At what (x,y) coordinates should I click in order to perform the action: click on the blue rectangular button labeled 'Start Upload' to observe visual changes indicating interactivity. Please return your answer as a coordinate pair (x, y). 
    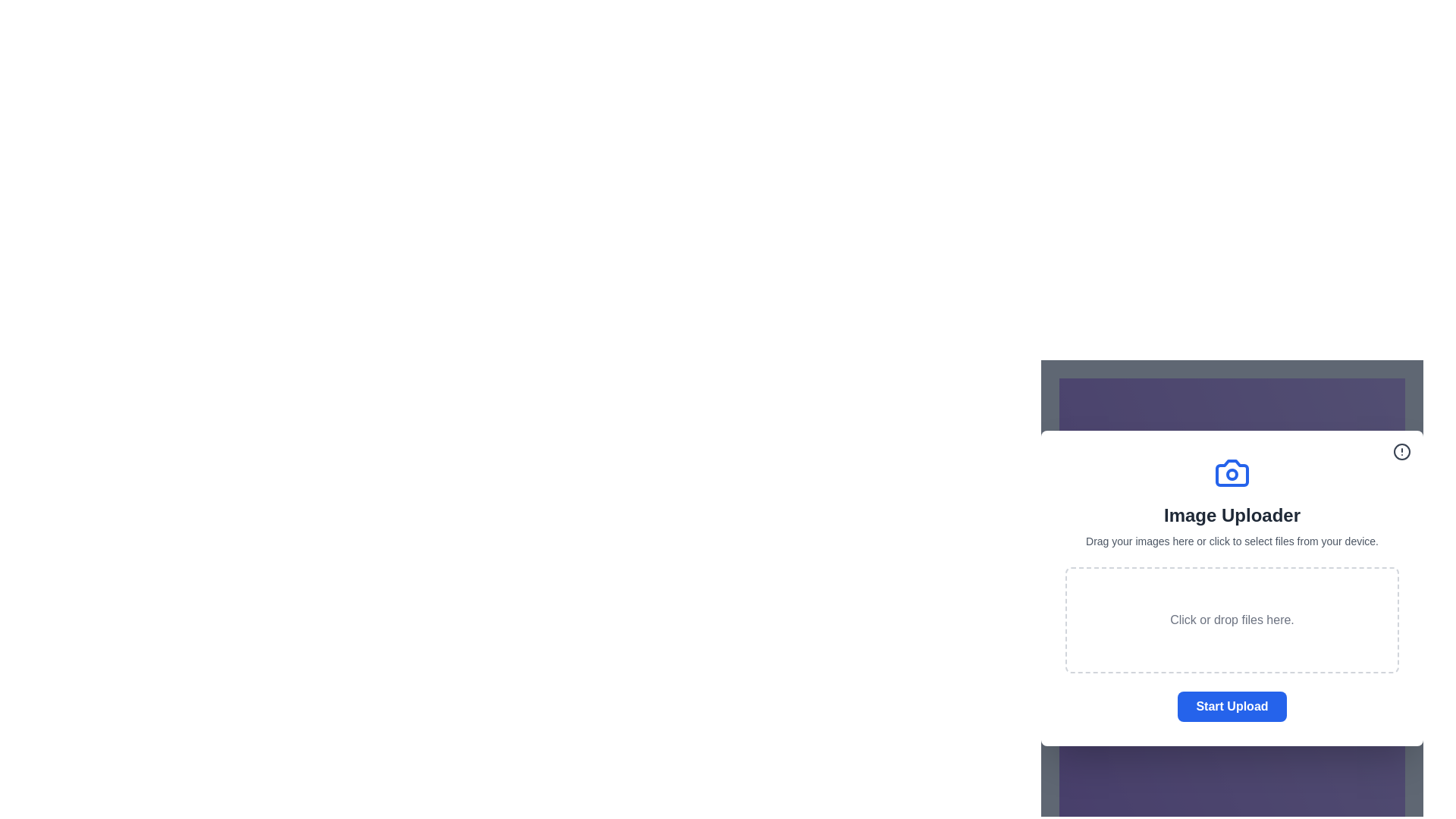
    Looking at the image, I should click on (1232, 707).